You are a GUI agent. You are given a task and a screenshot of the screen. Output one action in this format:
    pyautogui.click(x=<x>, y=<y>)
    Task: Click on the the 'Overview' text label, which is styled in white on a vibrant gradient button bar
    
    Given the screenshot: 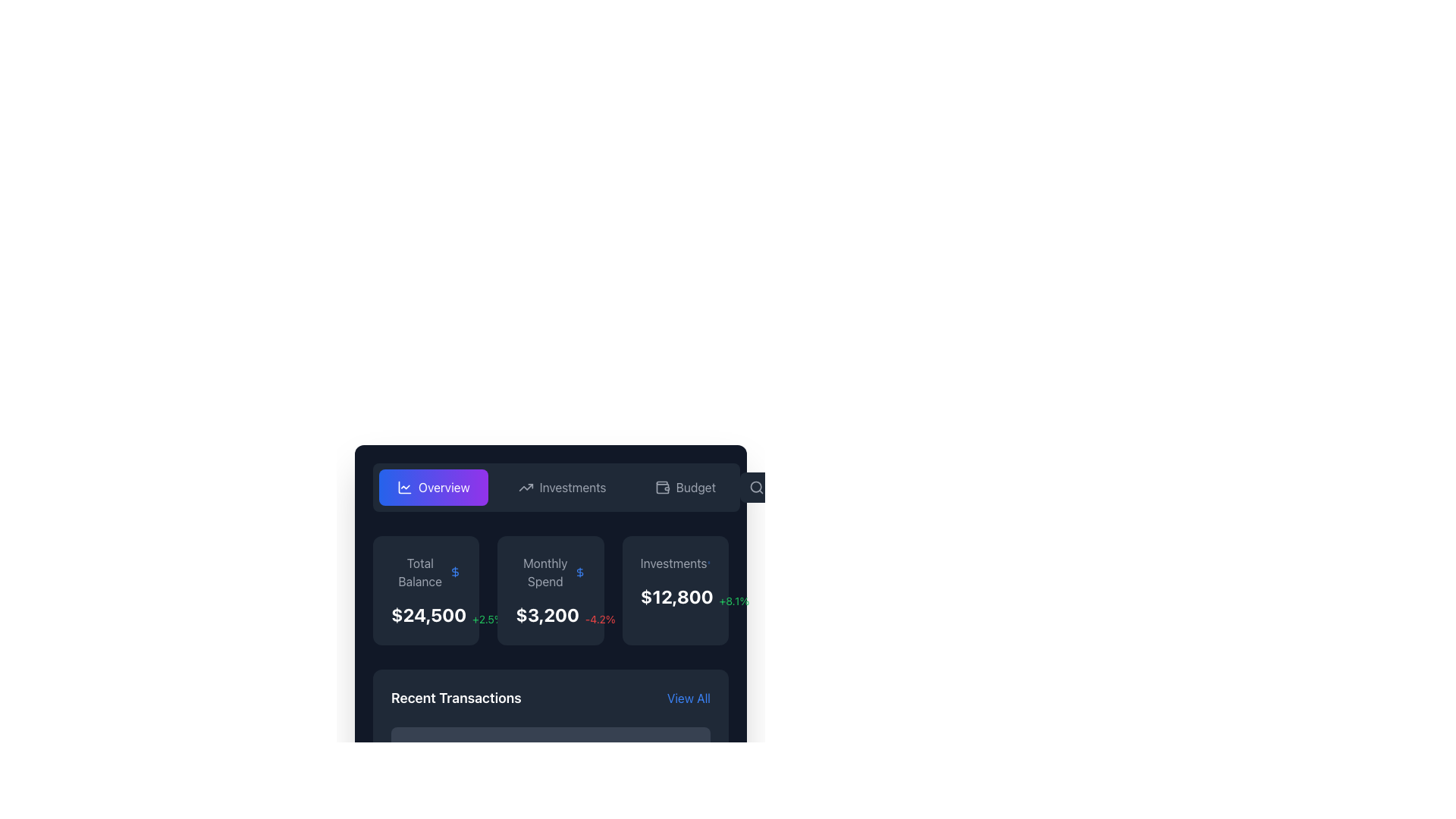 What is the action you would take?
    pyautogui.click(x=443, y=488)
    